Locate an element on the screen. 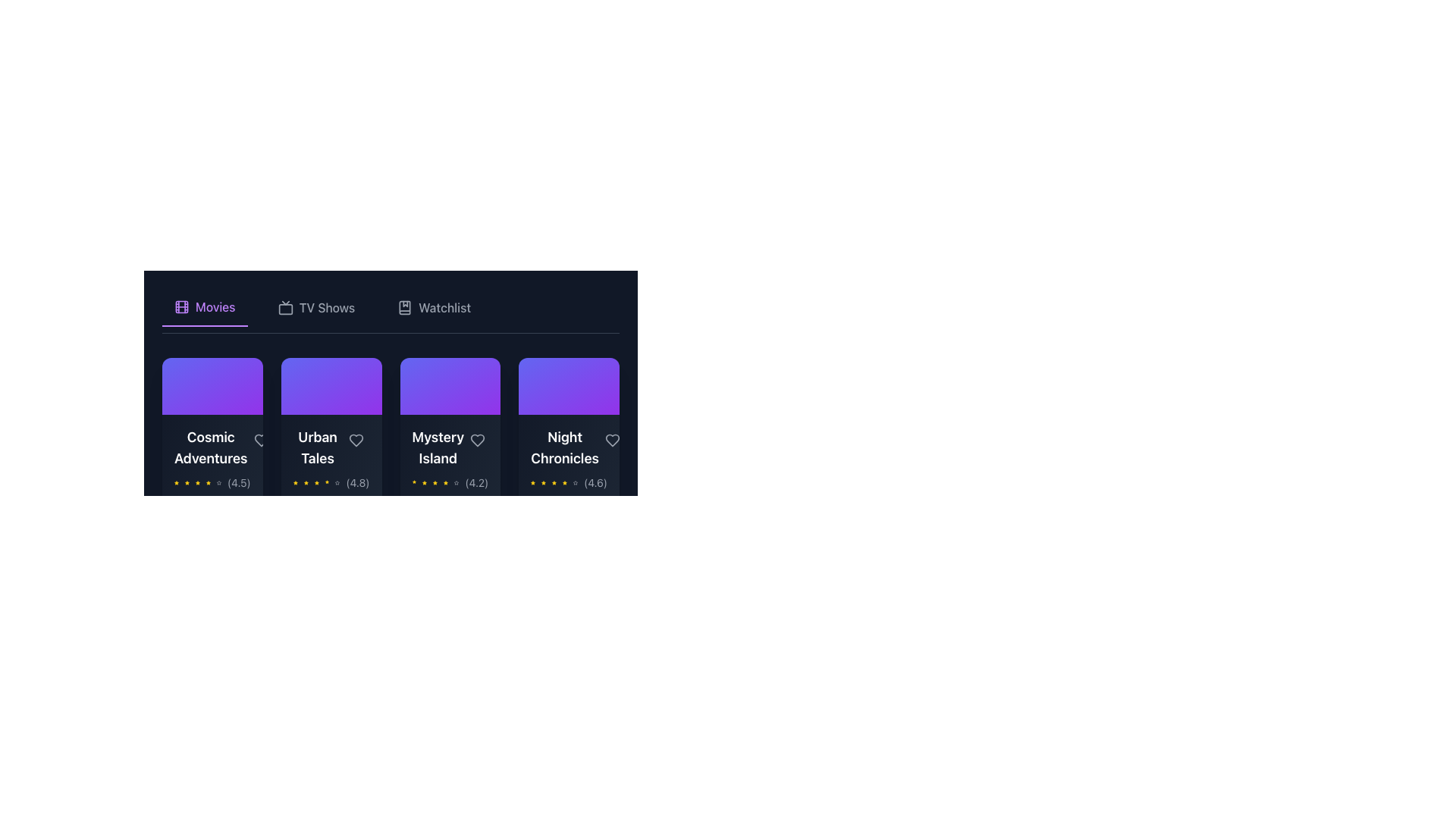 Image resolution: width=1456 pixels, height=819 pixels. the 'TV Shows' button in the navigation bar is located at coordinates (315, 307).